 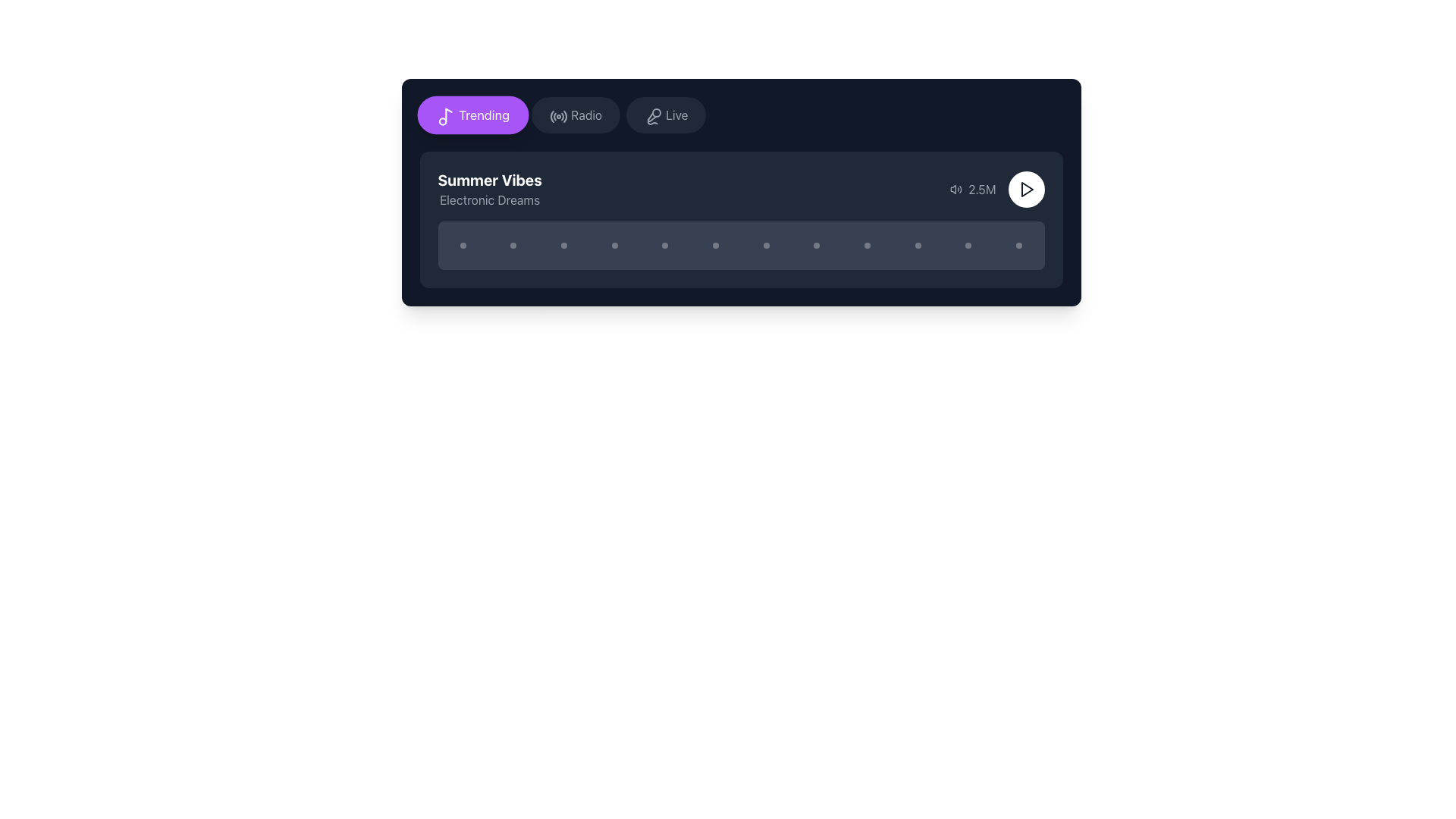 What do you see at coordinates (472, 114) in the screenshot?
I see `the 'Trending' button, which is a rounded purple button with white text and a musical note icon, located at the top-left corner of the button group` at bounding box center [472, 114].